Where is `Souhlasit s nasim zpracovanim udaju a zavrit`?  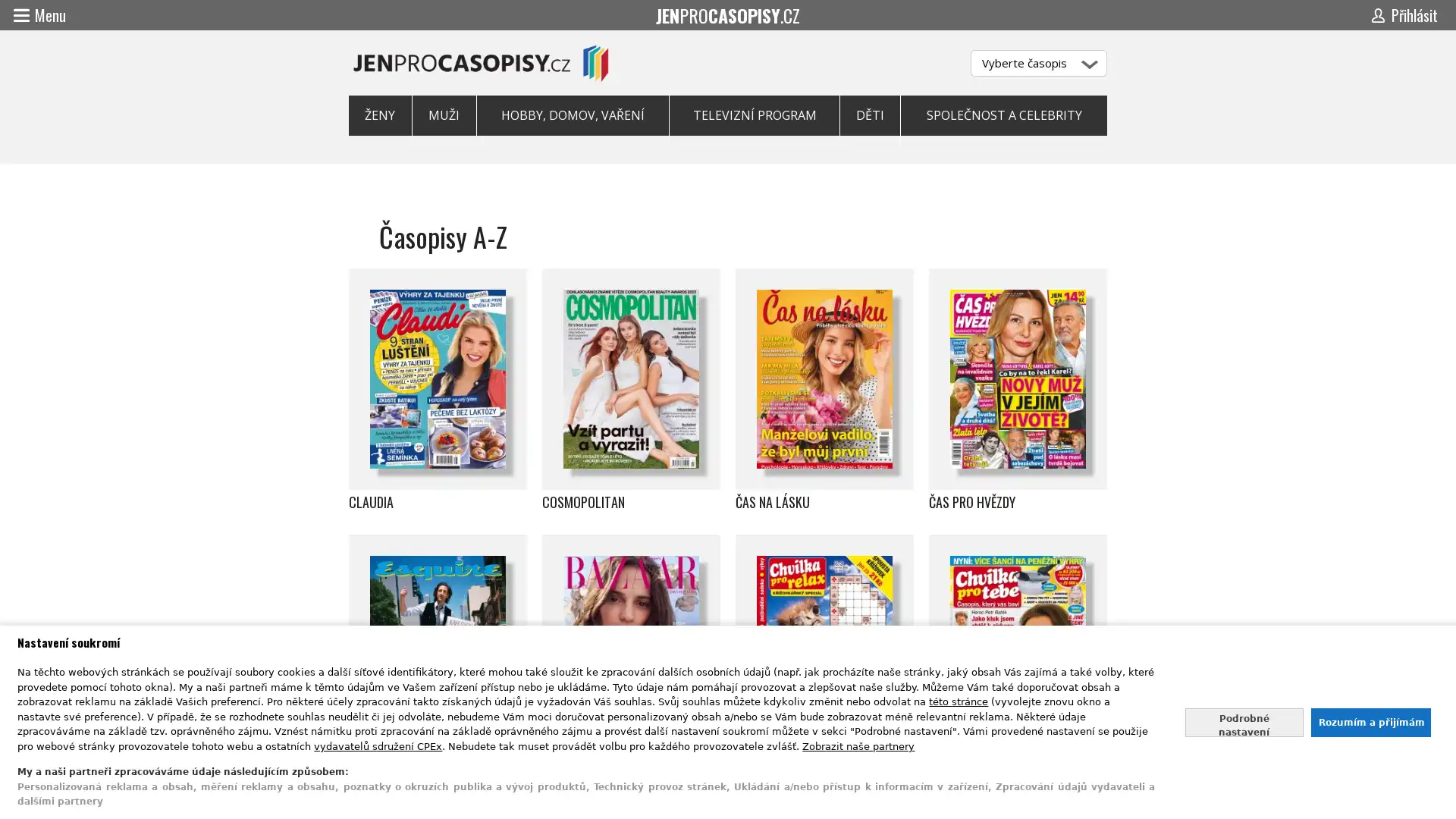 Souhlasit s nasim zpracovanim udaju a zavrit is located at coordinates (1370, 721).